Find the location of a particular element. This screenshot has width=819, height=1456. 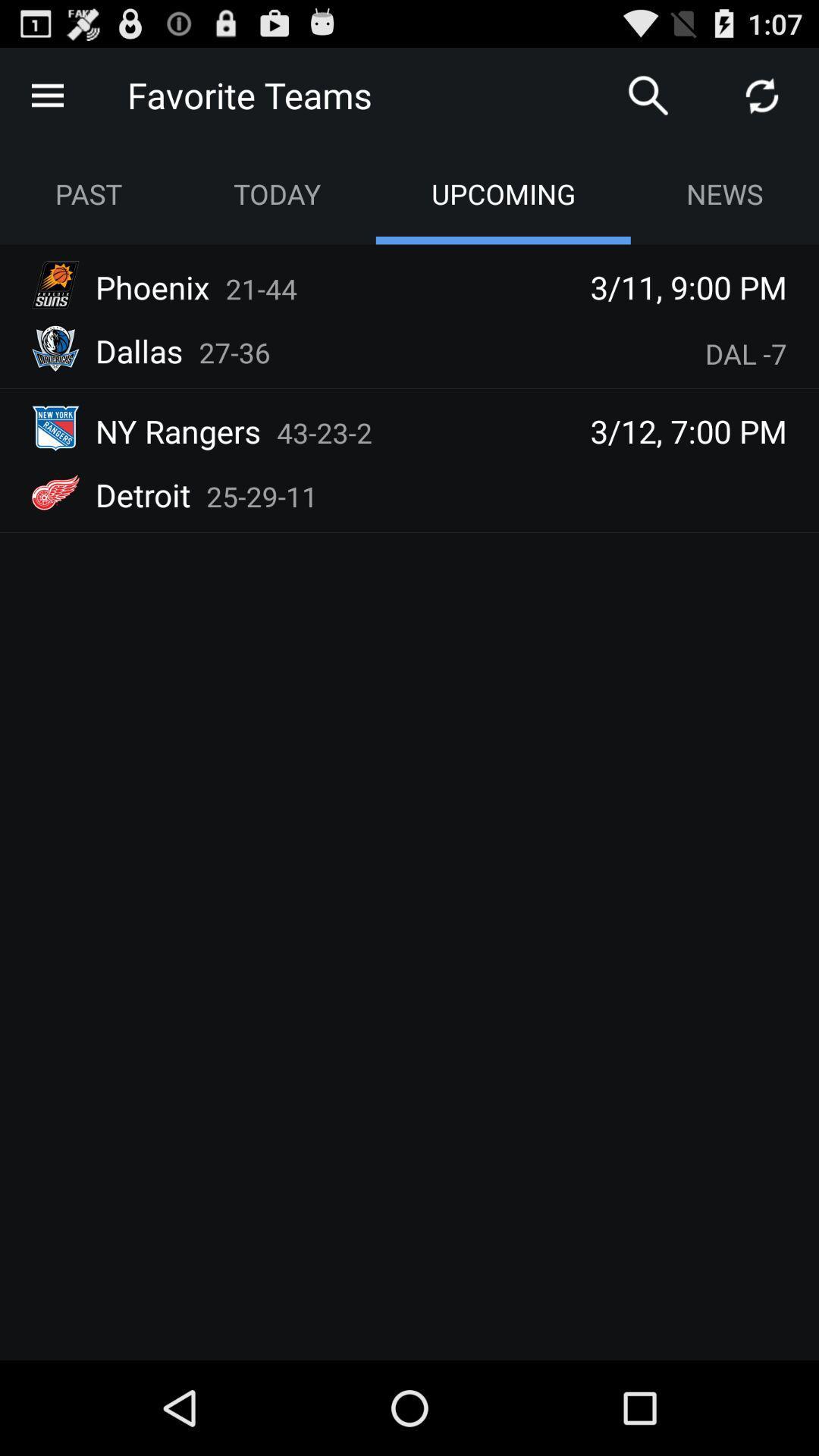

the 43-23-2 item is located at coordinates (324, 431).